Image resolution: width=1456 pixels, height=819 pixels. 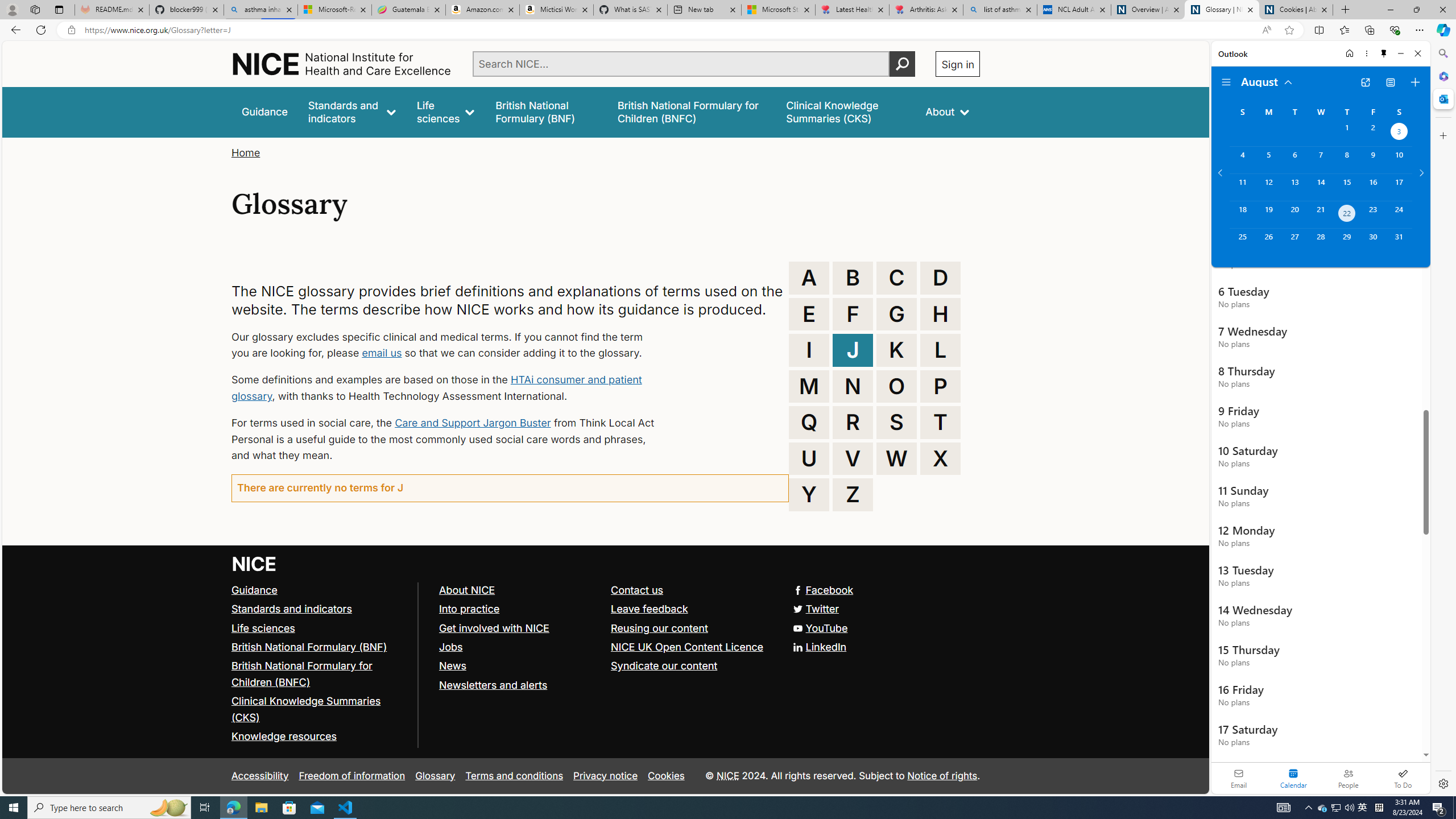 I want to click on 'N', so click(x=853, y=385).